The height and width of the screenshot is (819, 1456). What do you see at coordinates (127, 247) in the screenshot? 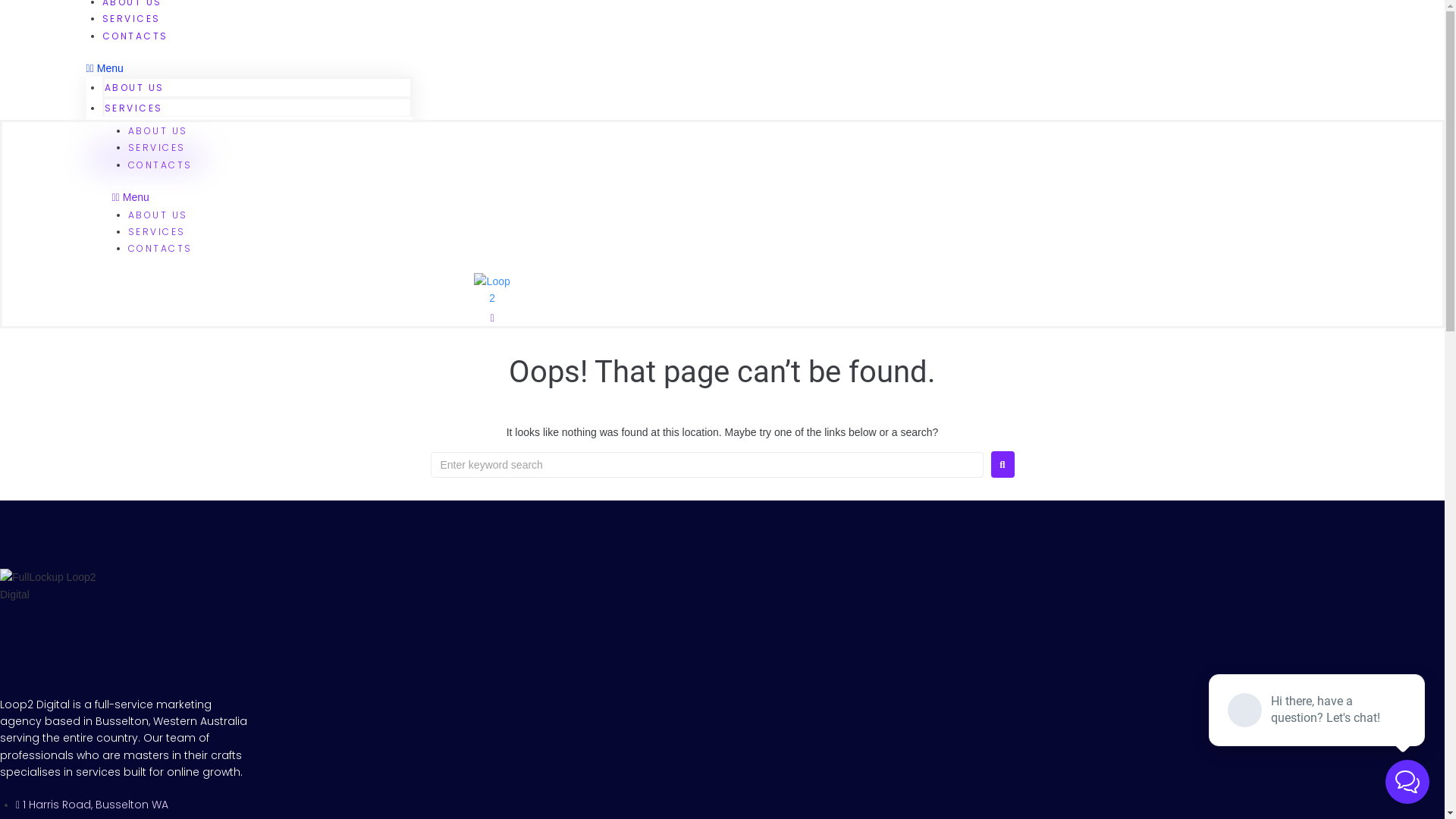
I see `'CONTACTS'` at bounding box center [127, 247].